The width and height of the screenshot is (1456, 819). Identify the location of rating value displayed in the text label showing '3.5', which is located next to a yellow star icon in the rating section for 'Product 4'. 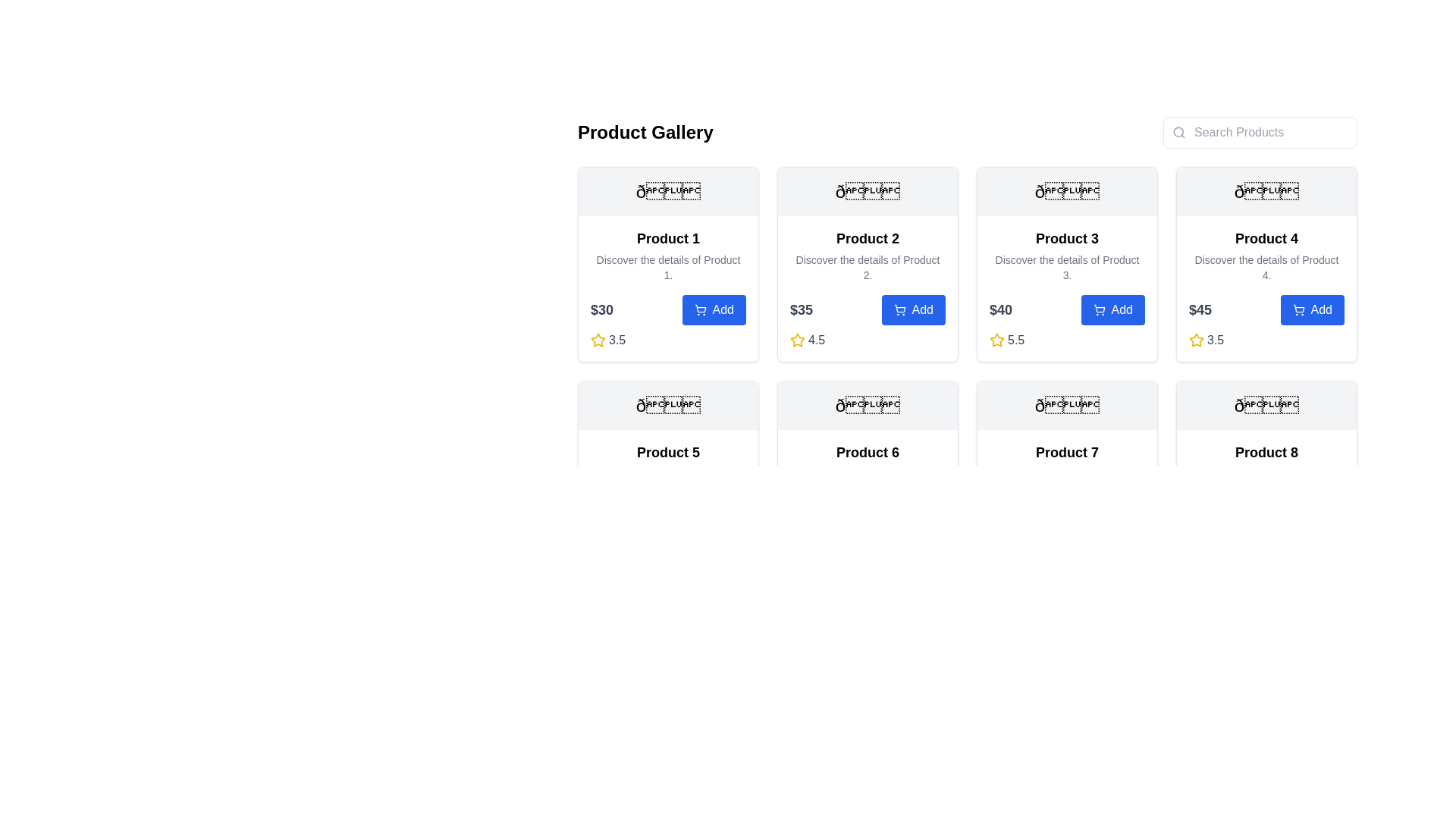
(617, 339).